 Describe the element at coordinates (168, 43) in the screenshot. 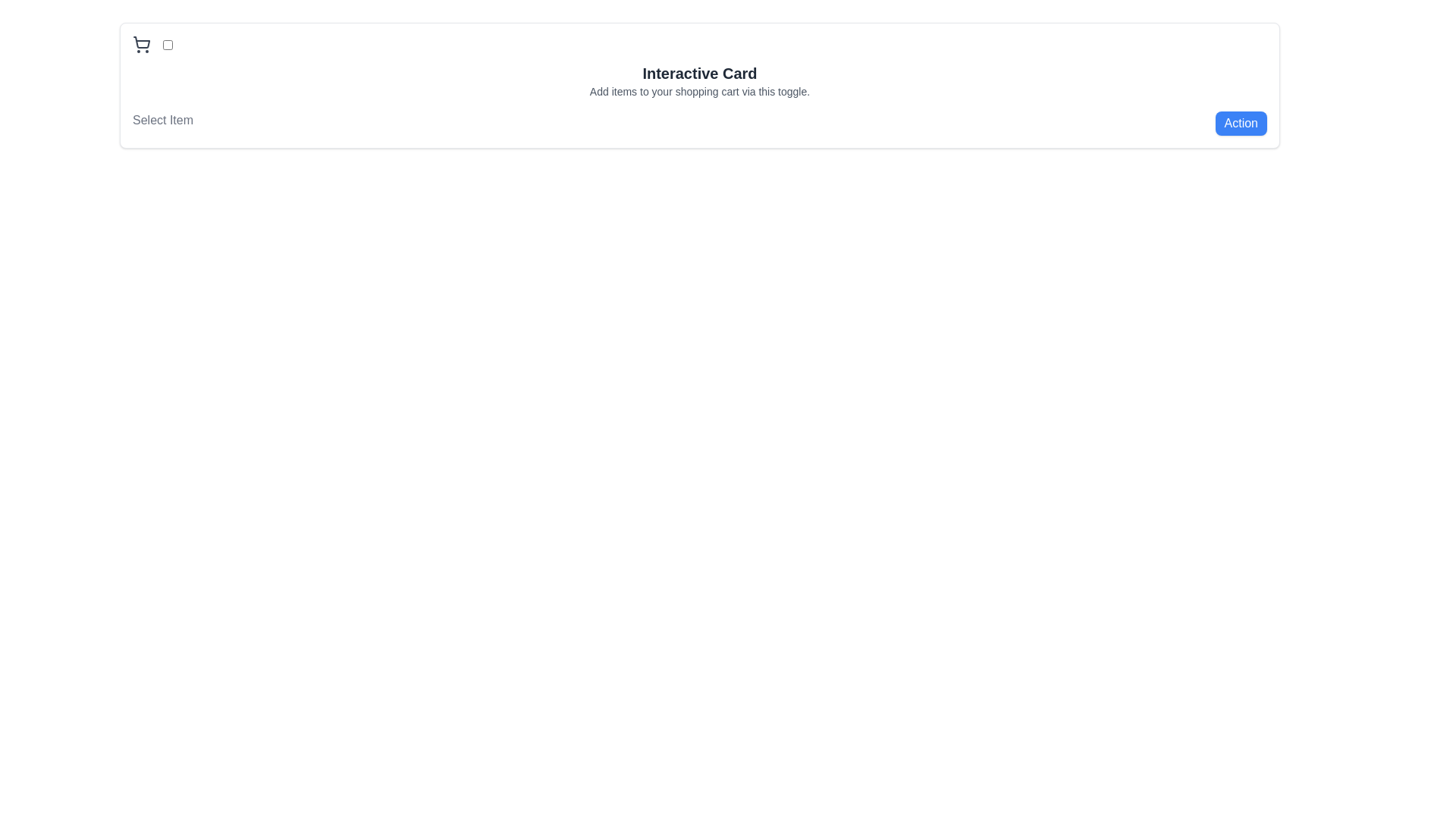

I see `the fifth checkbox element located near the shopping cart icon and the text 'Select Item'` at that location.